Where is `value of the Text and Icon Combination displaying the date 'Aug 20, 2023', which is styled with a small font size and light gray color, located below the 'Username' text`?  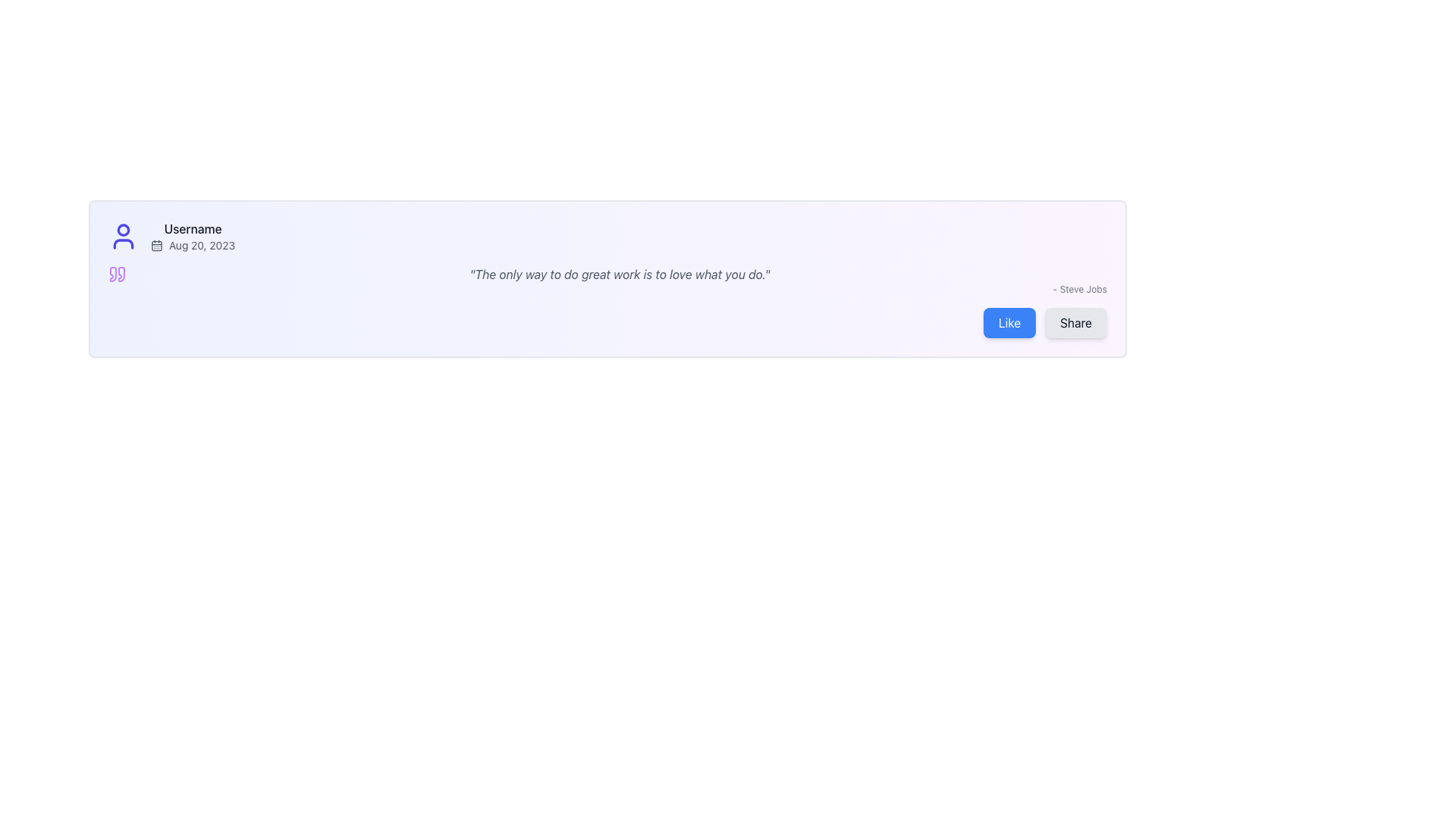 value of the Text and Icon Combination displaying the date 'Aug 20, 2023', which is styled with a small font size and light gray color, located below the 'Username' text is located at coordinates (192, 245).